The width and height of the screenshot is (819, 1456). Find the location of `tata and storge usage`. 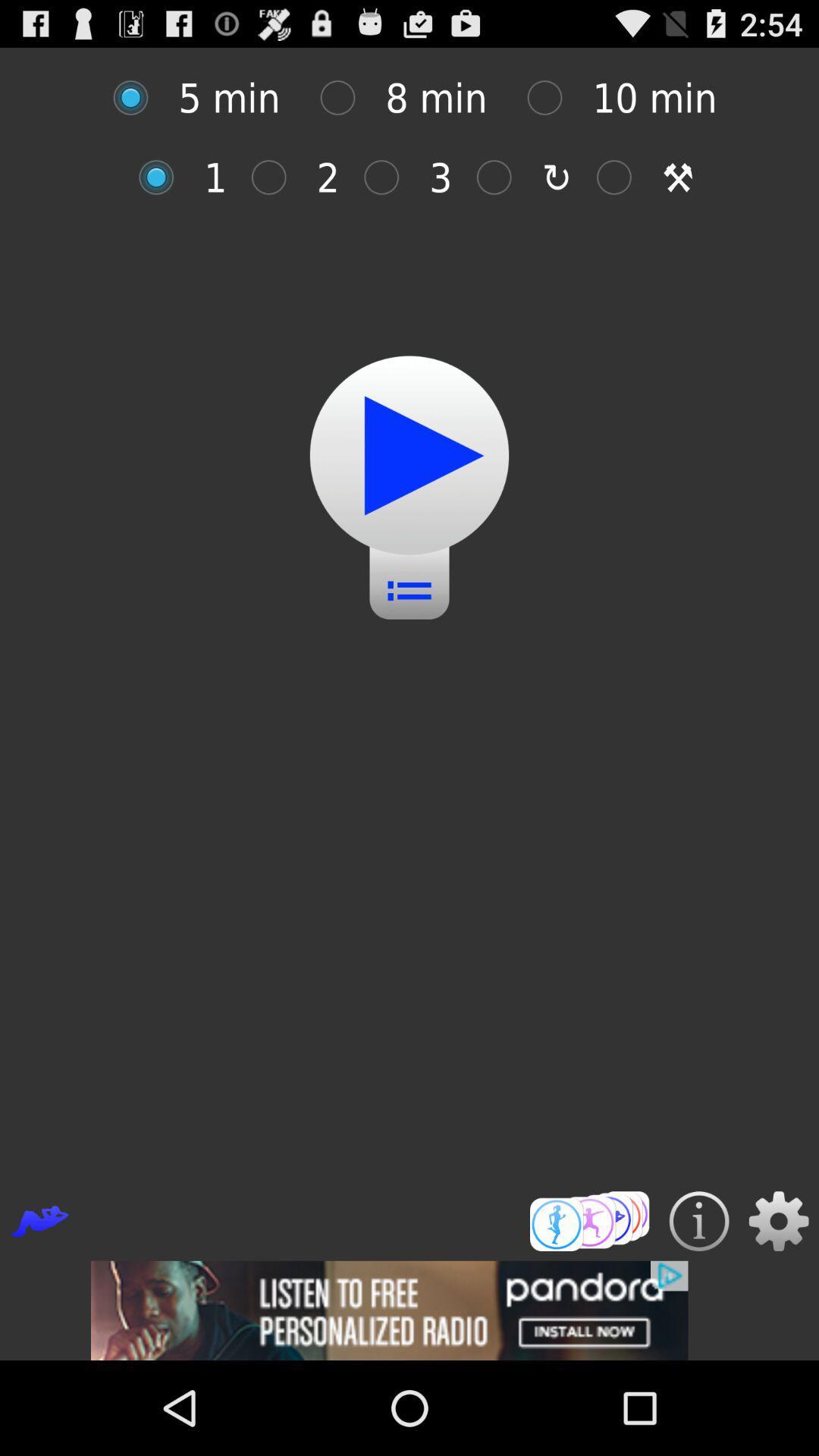

tata and storge usage is located at coordinates (622, 177).